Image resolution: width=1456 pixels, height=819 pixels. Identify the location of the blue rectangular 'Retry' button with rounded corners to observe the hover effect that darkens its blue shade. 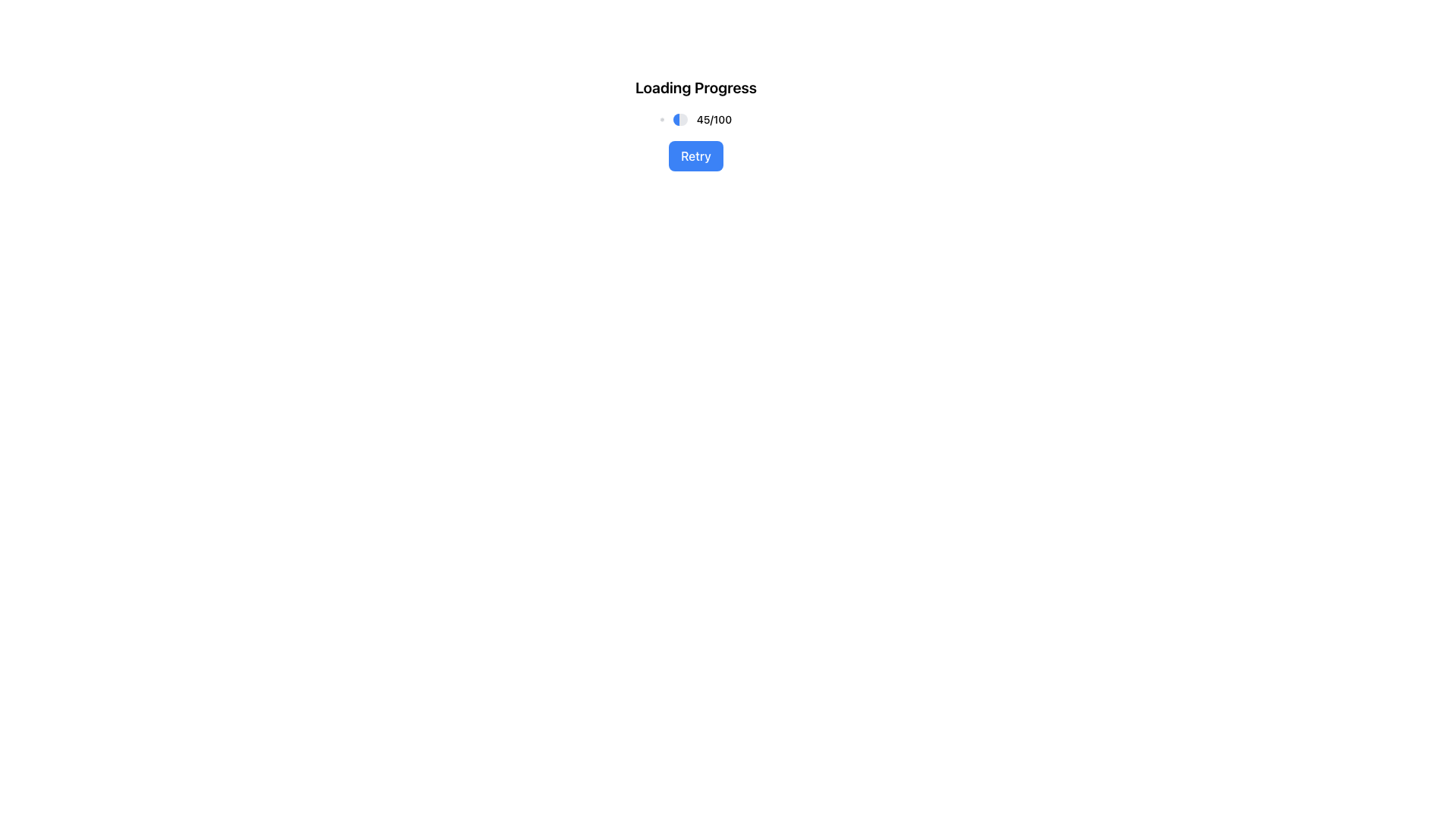
(695, 155).